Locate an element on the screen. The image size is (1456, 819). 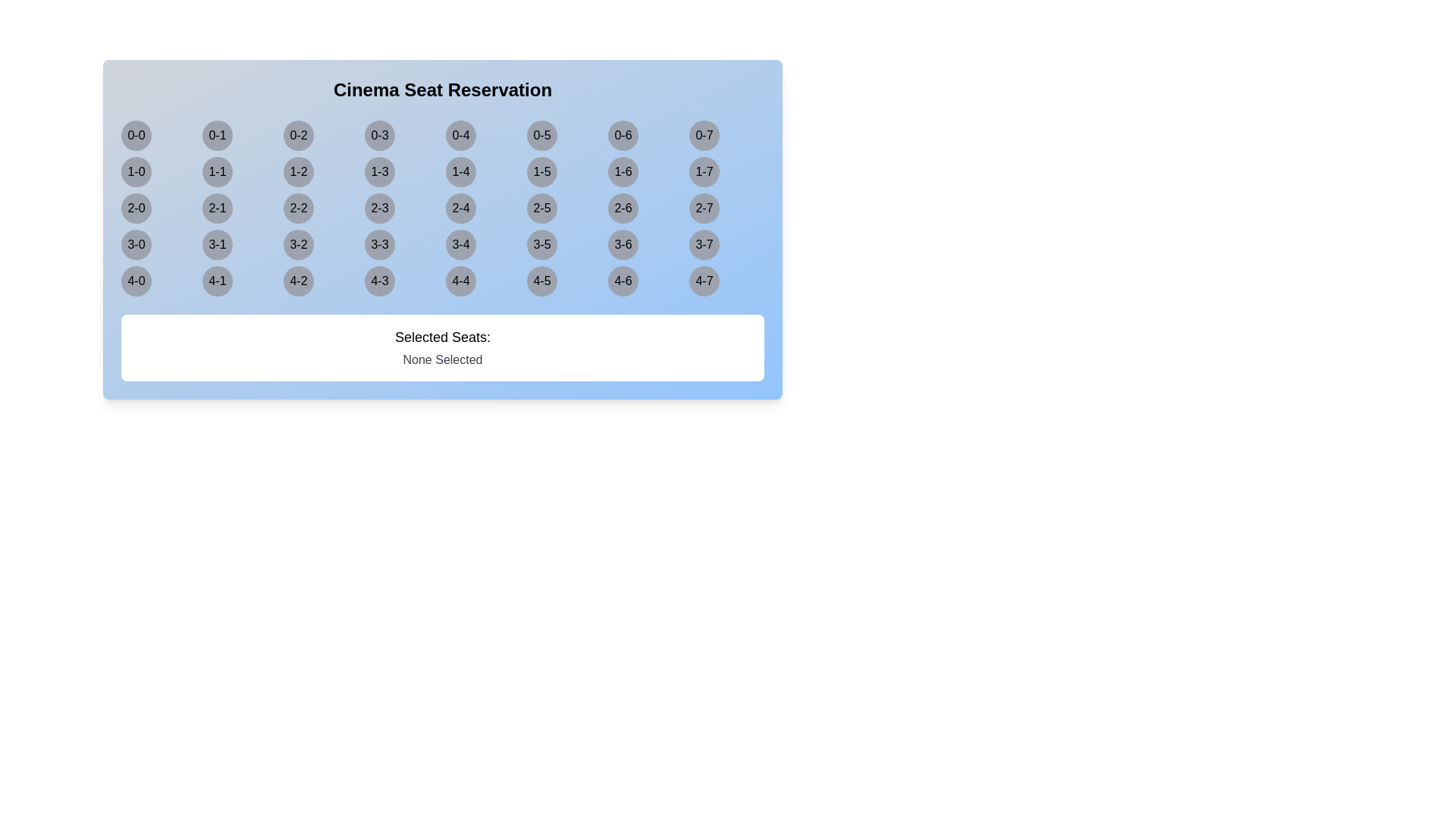
the circular button labeled '3-7' located is located at coordinates (704, 244).